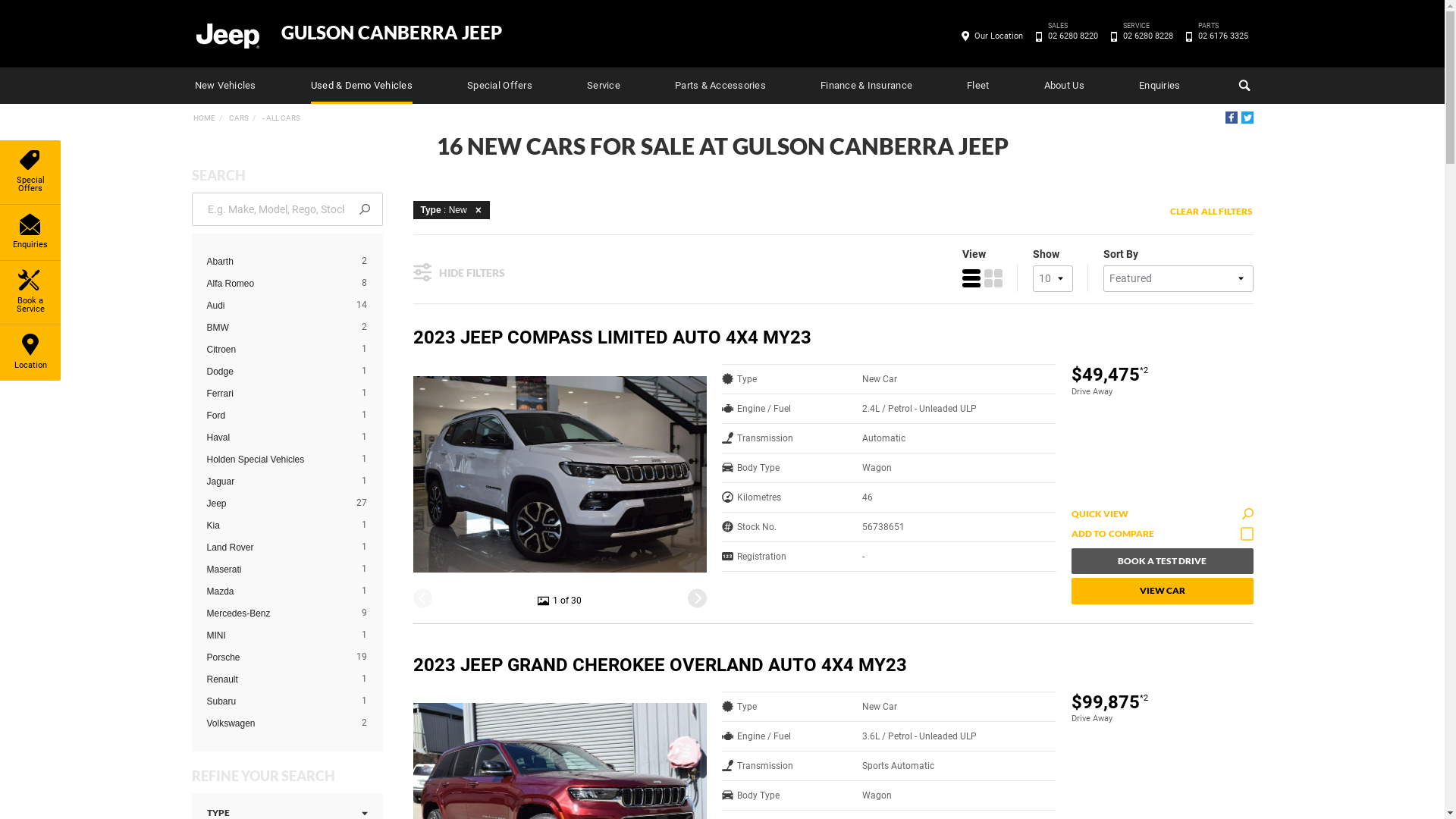  I want to click on 'Audi', so click(275, 305).